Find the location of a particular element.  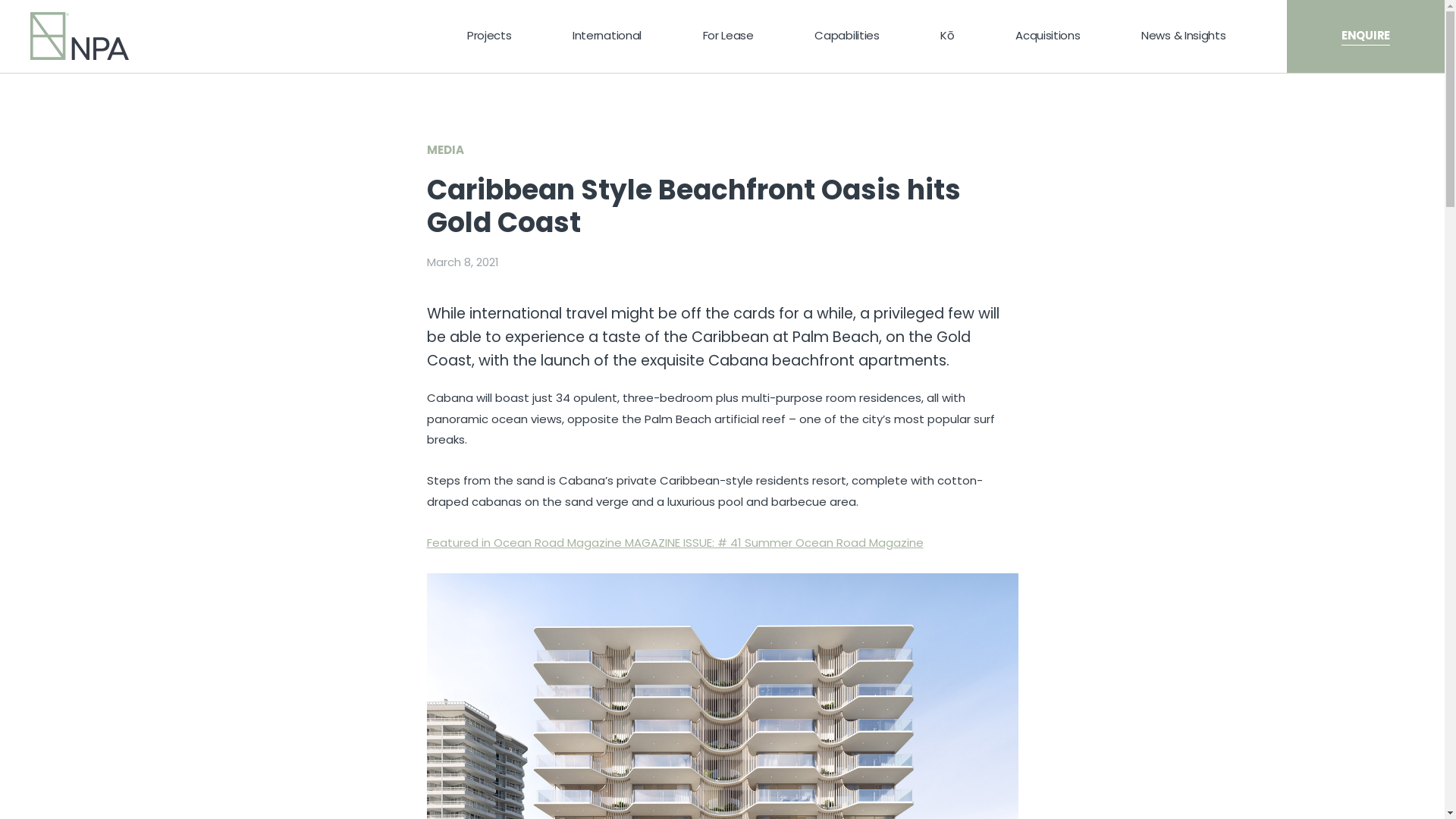

'ENQUIRE' is located at coordinates (1365, 35).